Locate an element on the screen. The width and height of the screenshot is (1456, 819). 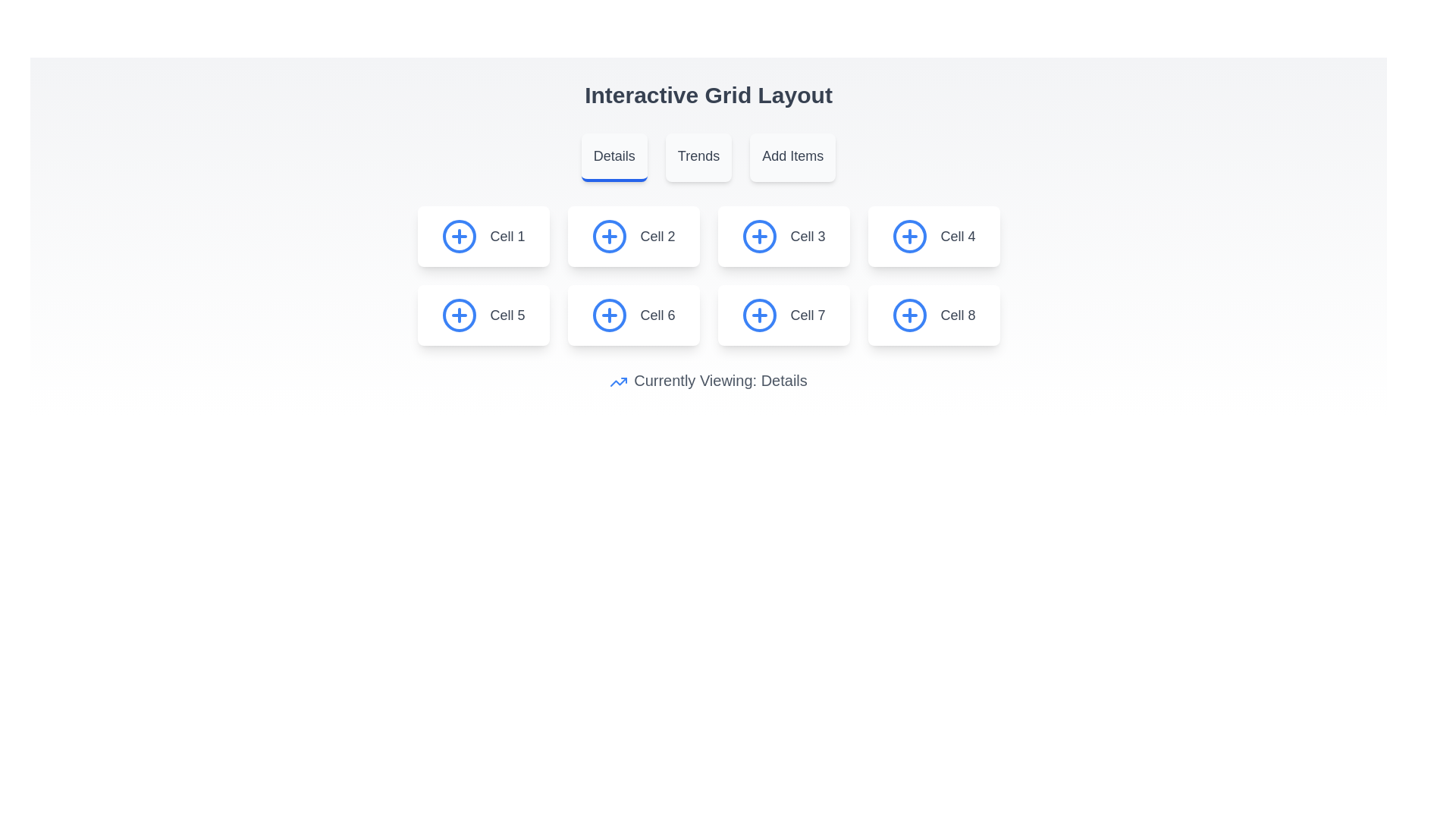
the 'Details' Text Label located at the top-center section of the interface, which is the first in a row of options and indicates the associated section or feature is located at coordinates (614, 155).